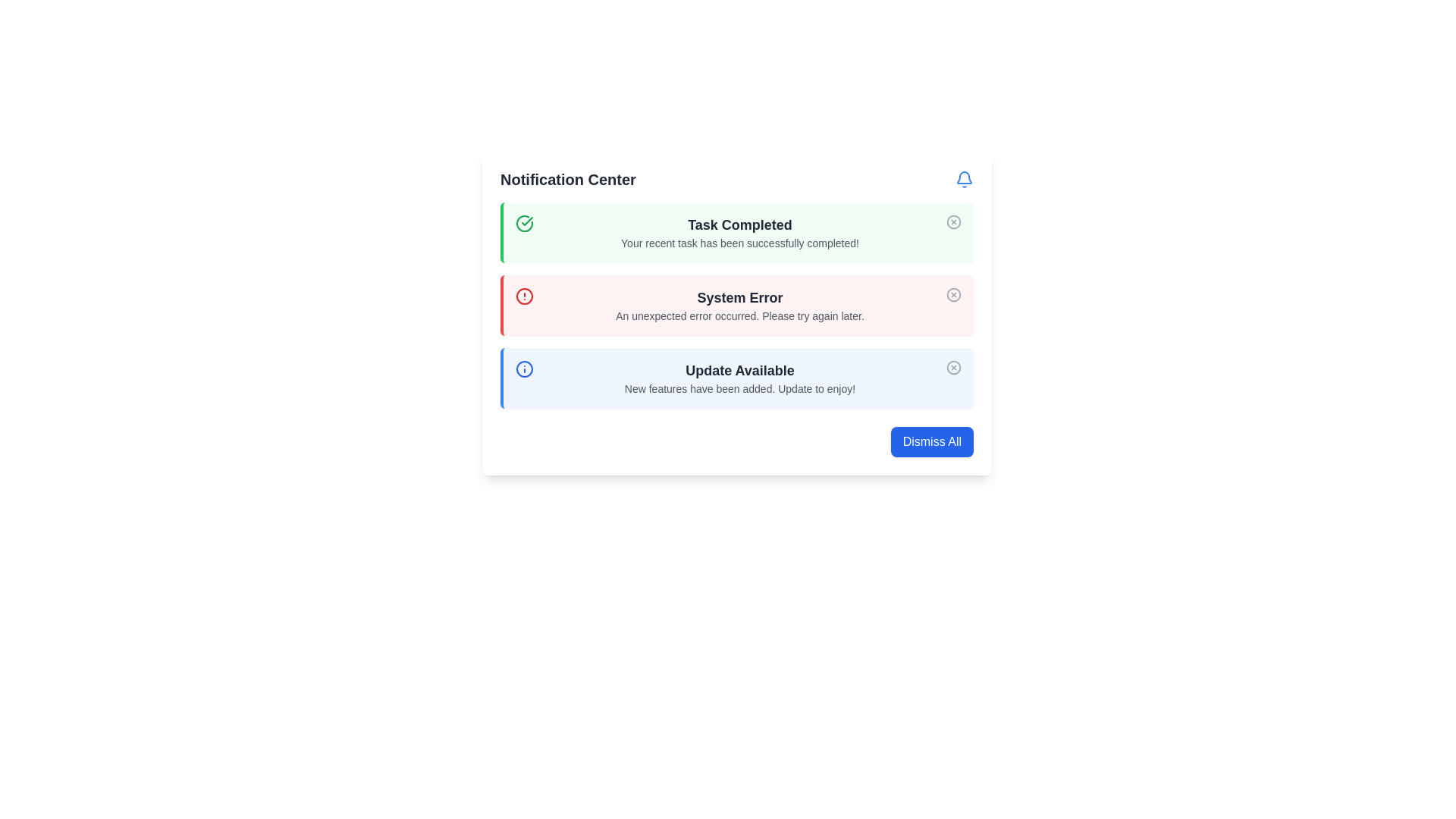 The width and height of the screenshot is (1456, 819). What do you see at coordinates (931, 441) in the screenshot?
I see `the 'Dismiss All' button with a blue background and white text, located at the bottom-right corner of the 'Notification Center' card to observe styling changes` at bounding box center [931, 441].